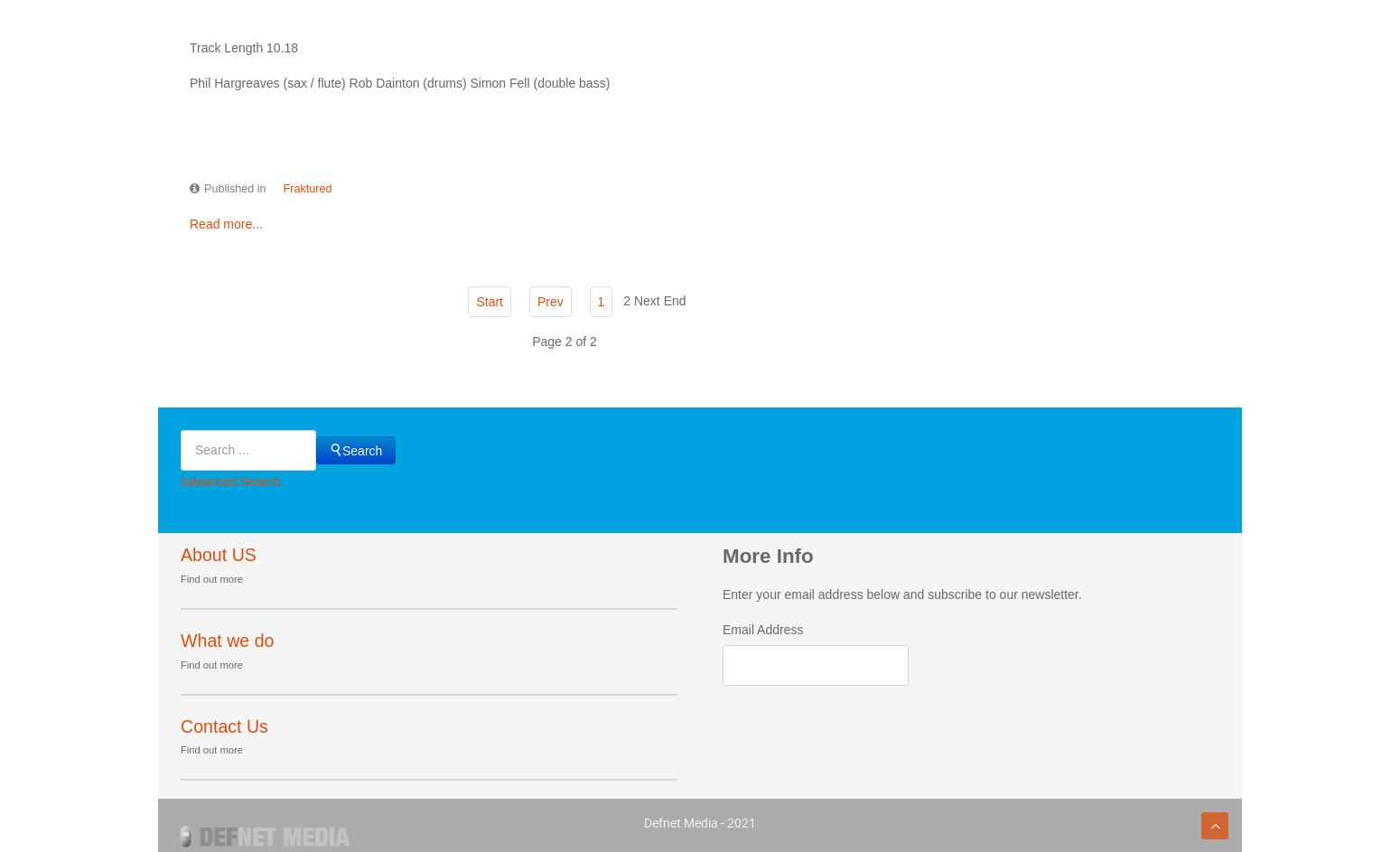  I want to click on 'Phil Hargreaves (sax / flute) Rob Dainton (drums) Simon Fell (double bass)', so click(189, 80).